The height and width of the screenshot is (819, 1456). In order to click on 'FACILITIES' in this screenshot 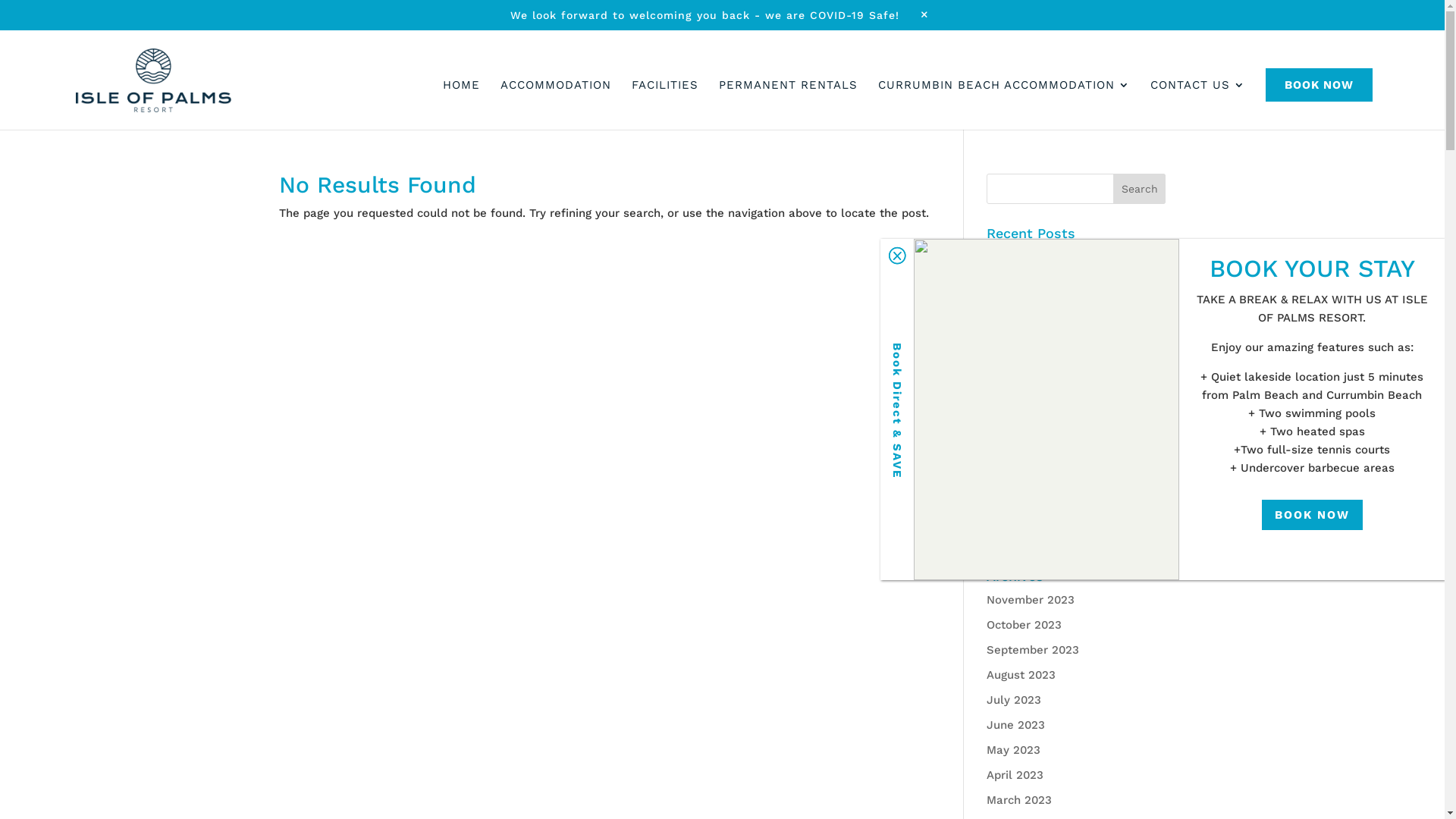, I will do `click(665, 93)`.